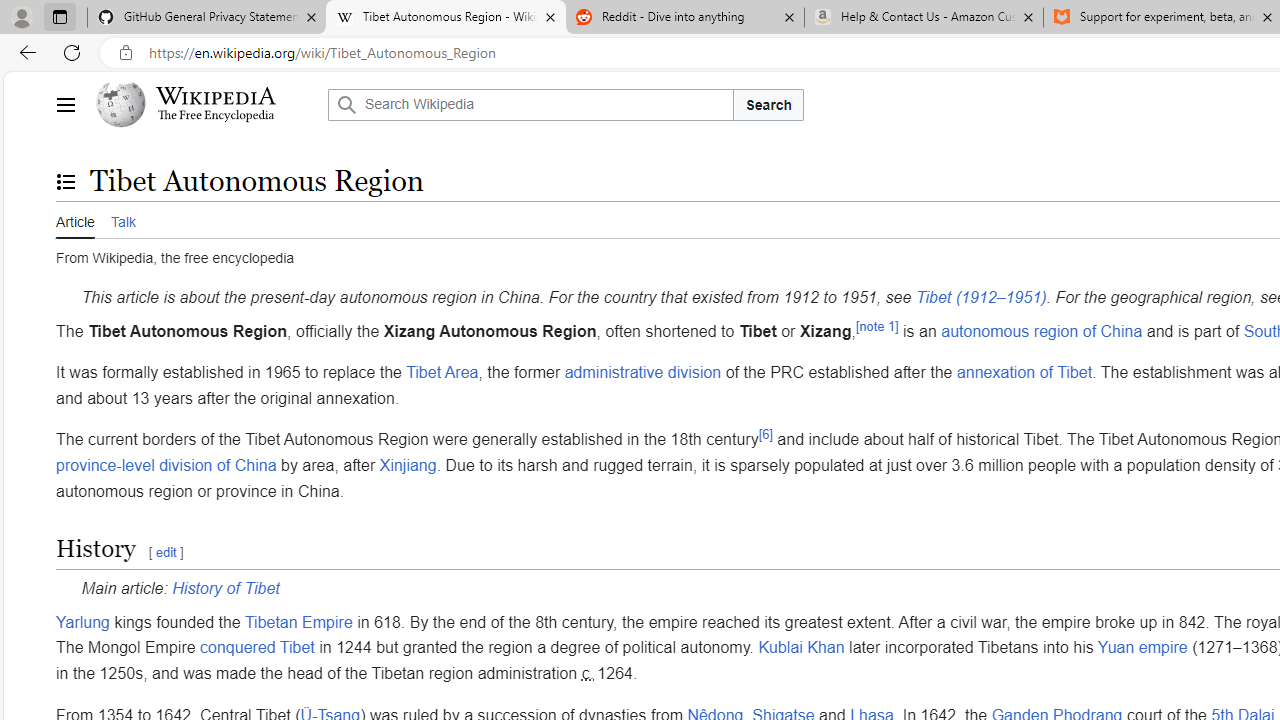 The image size is (1280, 720). What do you see at coordinates (876, 325) in the screenshot?
I see `'[note 1]'` at bounding box center [876, 325].